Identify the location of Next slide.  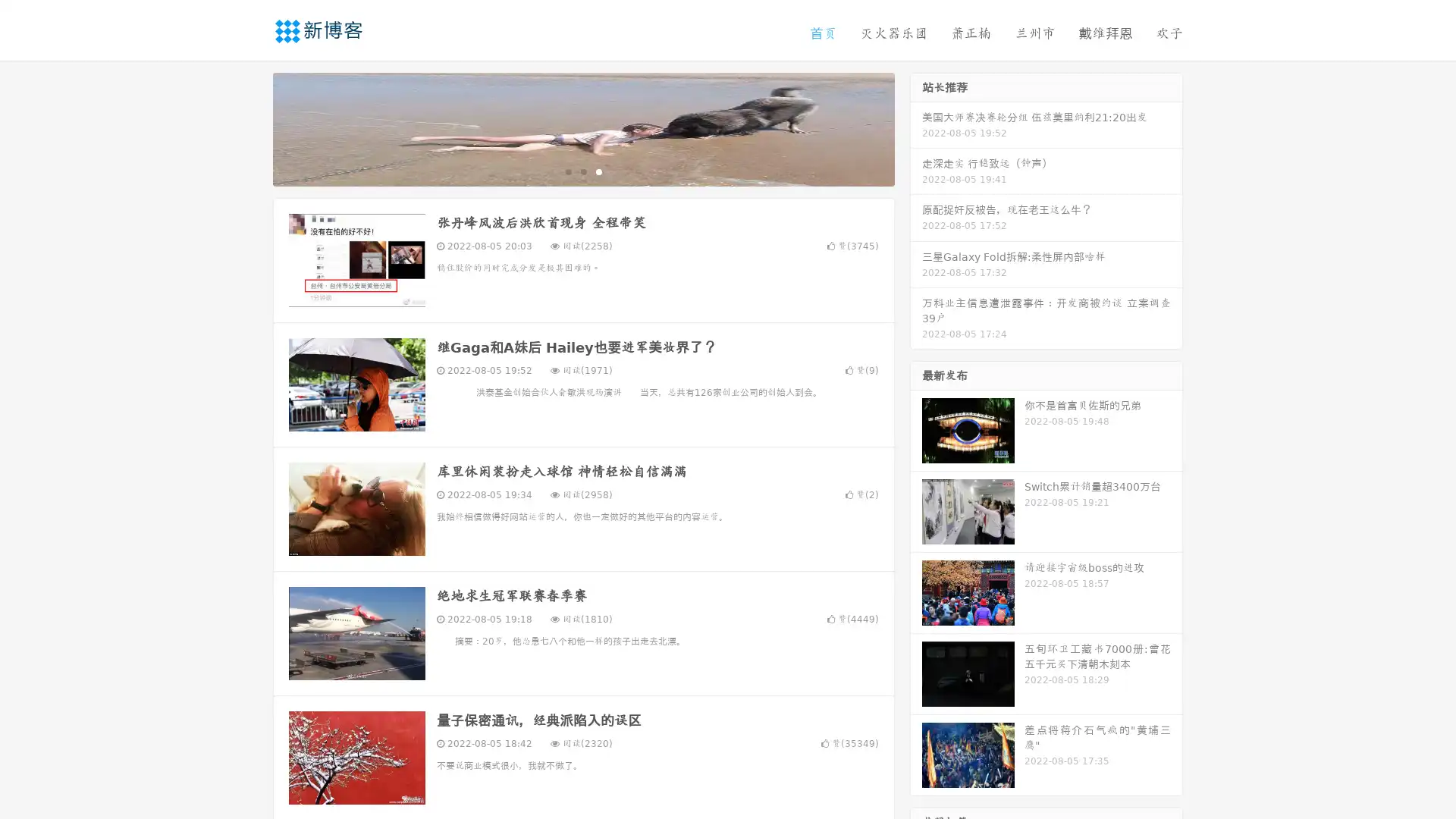
(916, 127).